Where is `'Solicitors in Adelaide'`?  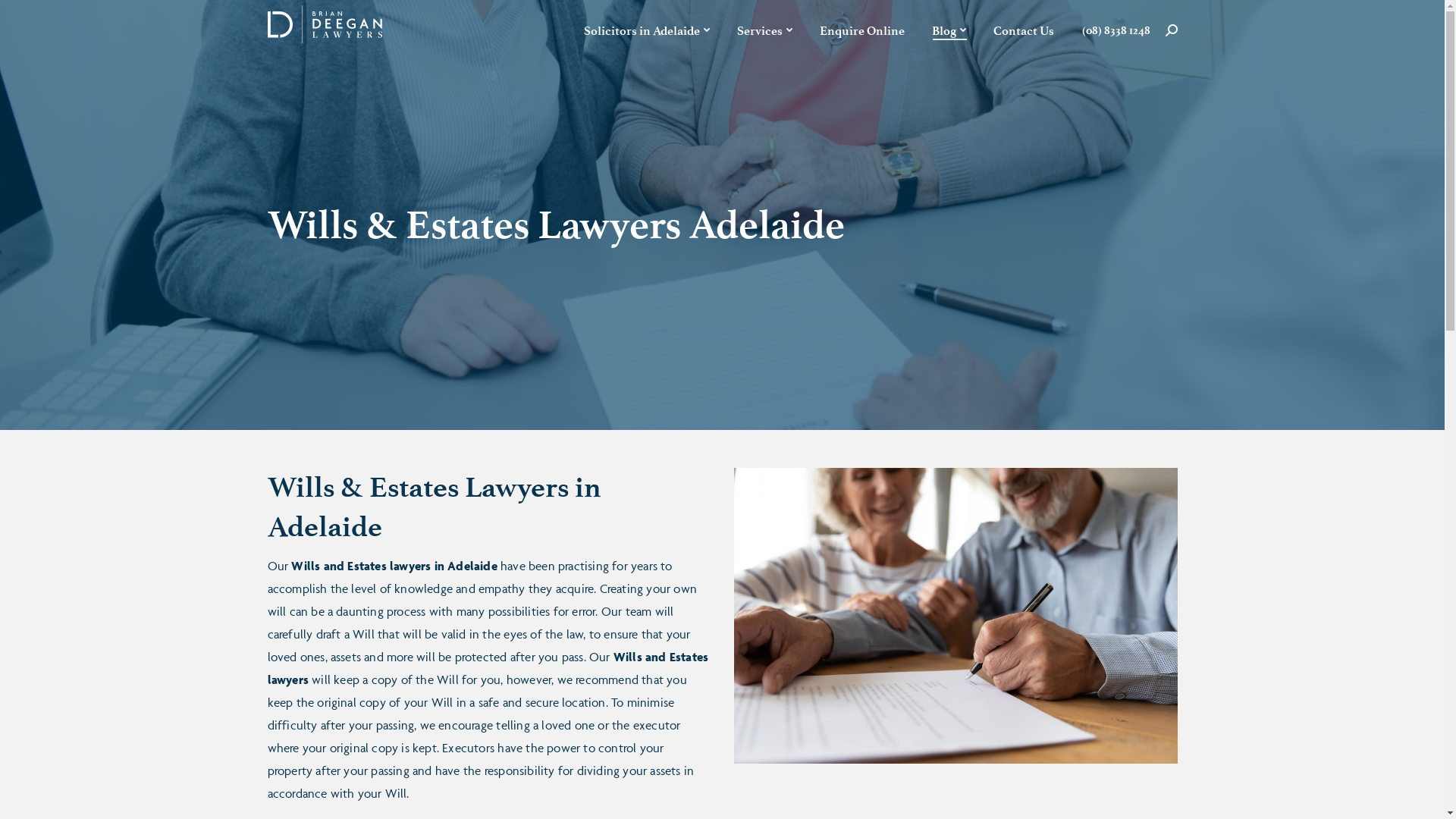
'Solicitors in Adelaide' is located at coordinates (647, 30).